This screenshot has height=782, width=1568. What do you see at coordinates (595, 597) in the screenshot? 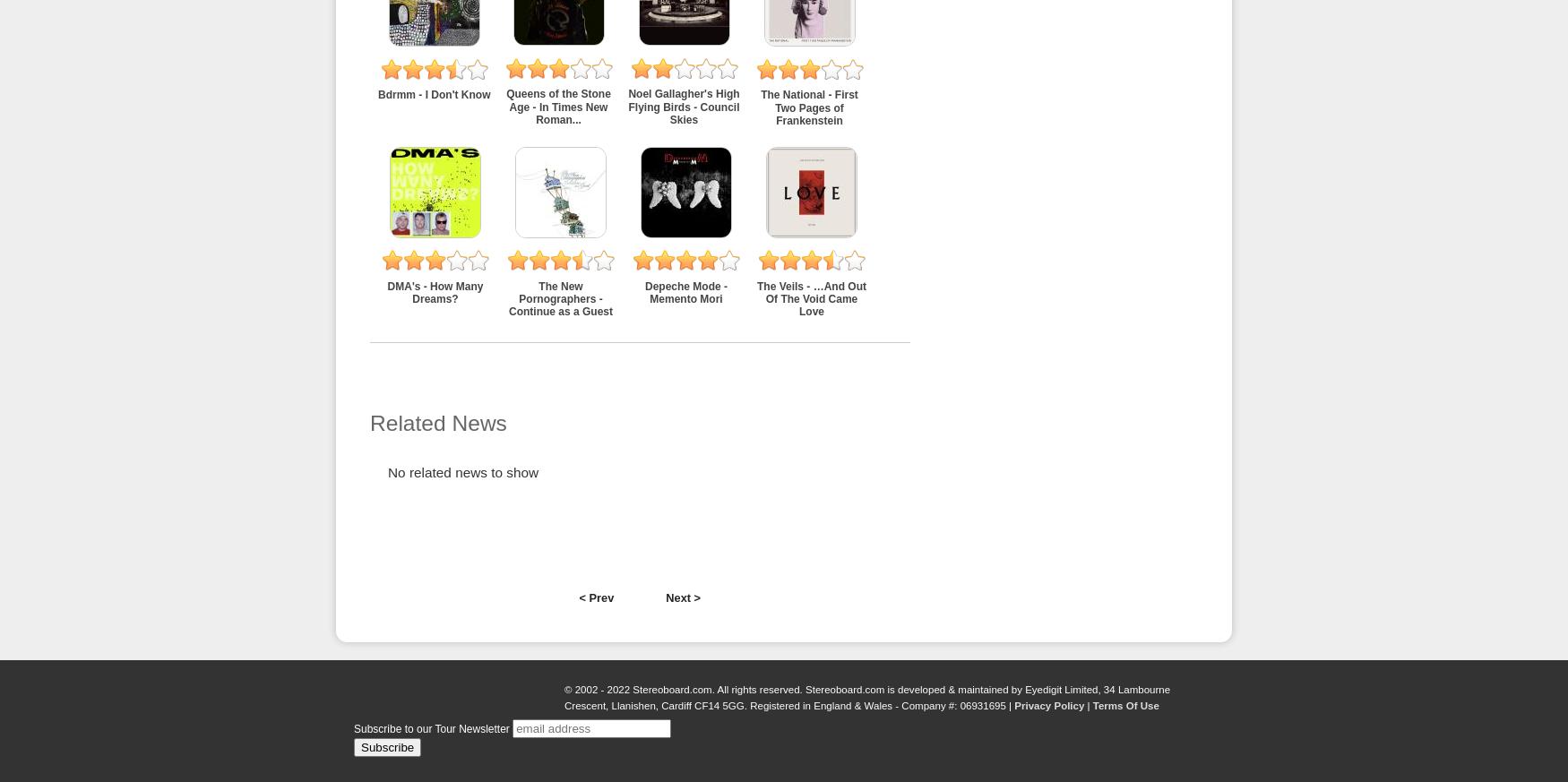
I see `'< Prev'` at bounding box center [595, 597].